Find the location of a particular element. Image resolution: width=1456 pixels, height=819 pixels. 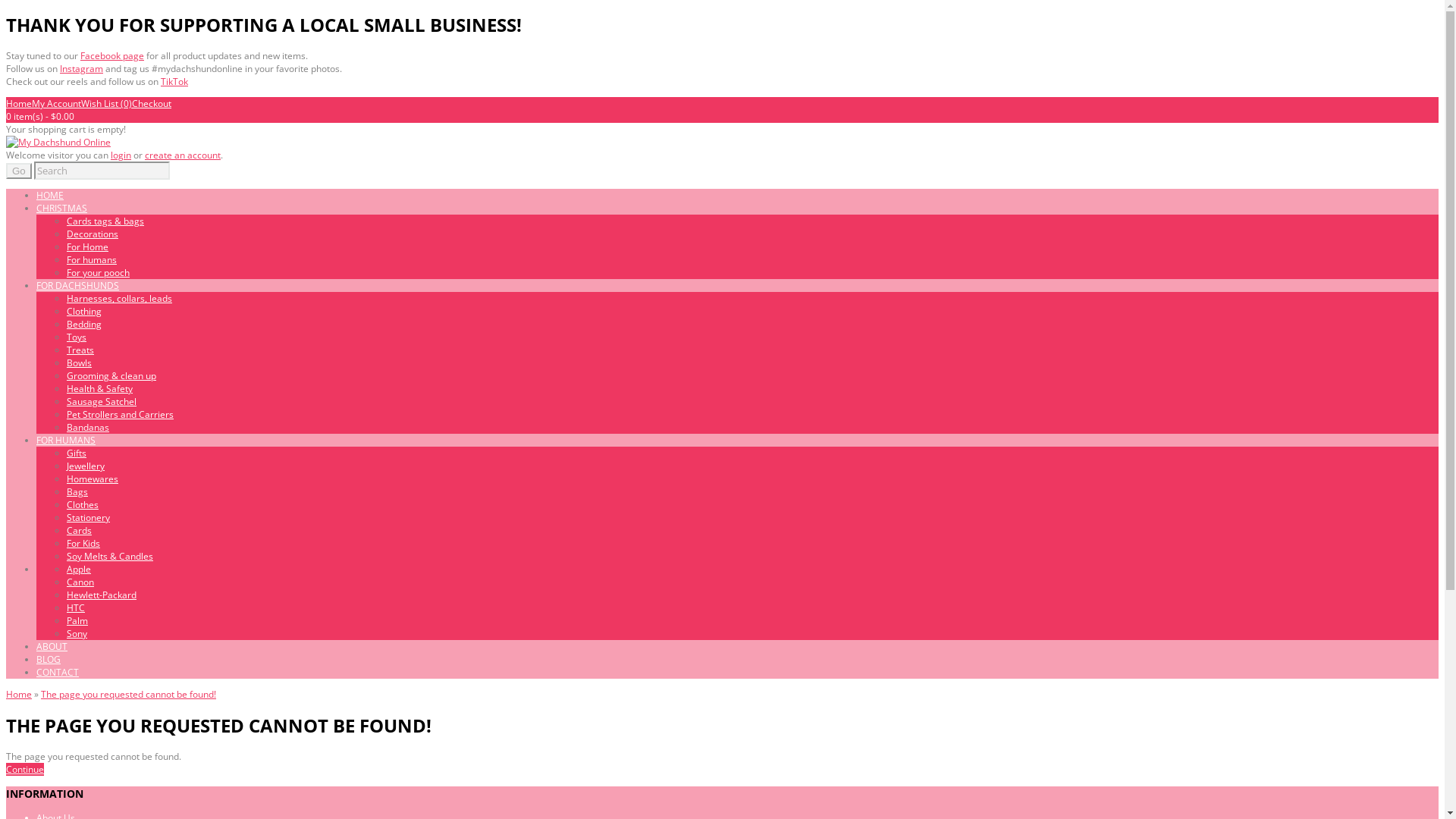

'TikTok' is located at coordinates (174, 81).